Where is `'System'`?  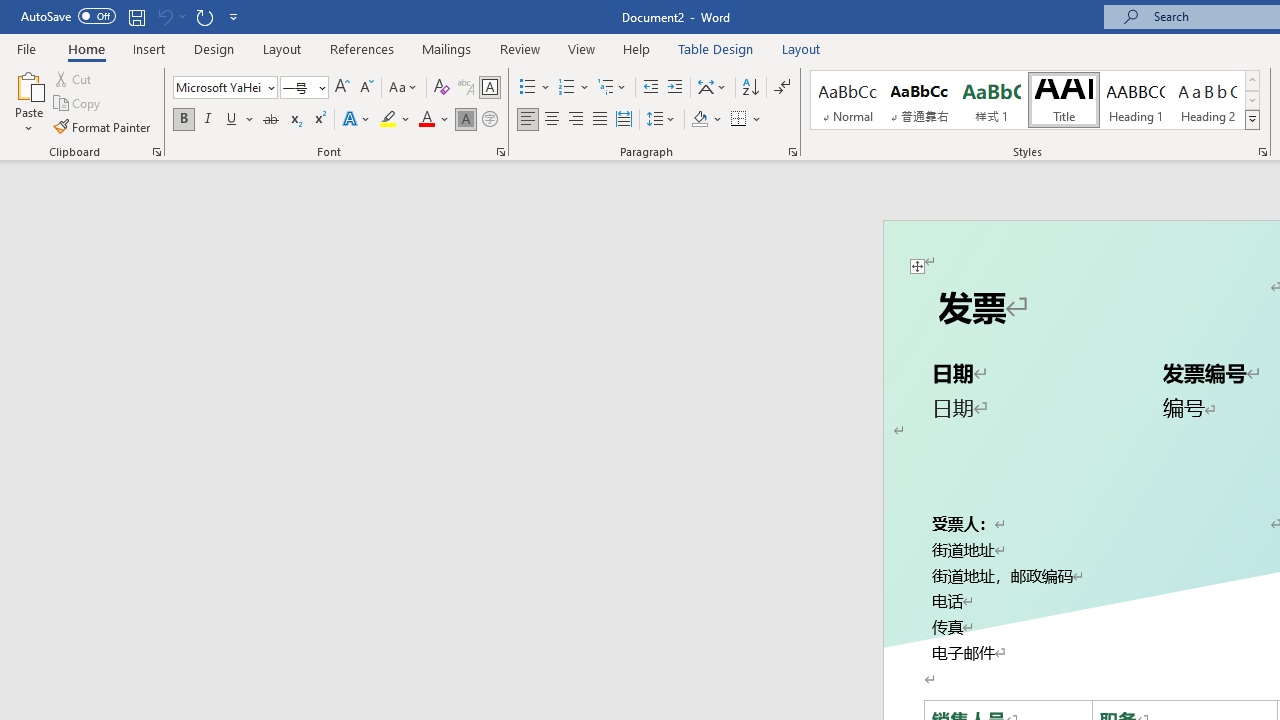
'System' is located at coordinates (10, 11).